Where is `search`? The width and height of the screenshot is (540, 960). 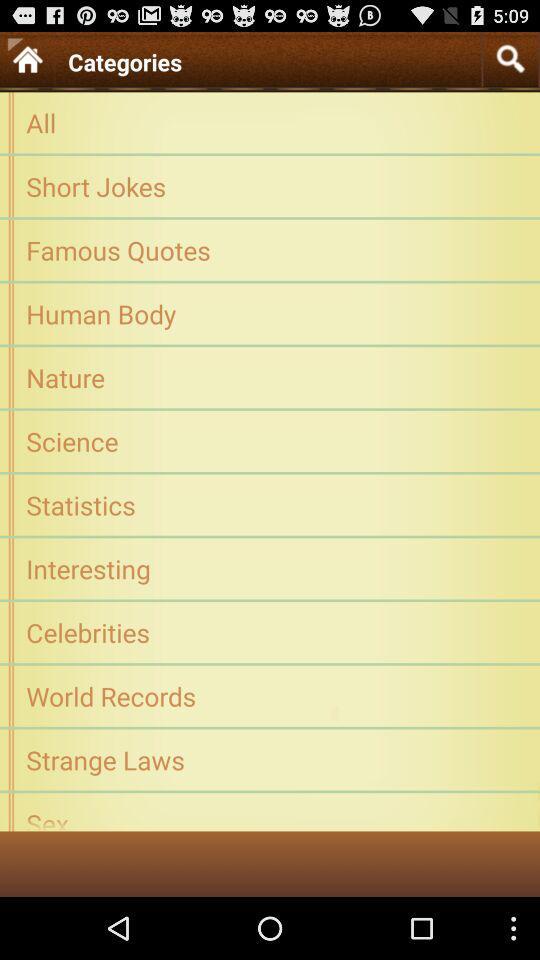 search is located at coordinates (510, 58).